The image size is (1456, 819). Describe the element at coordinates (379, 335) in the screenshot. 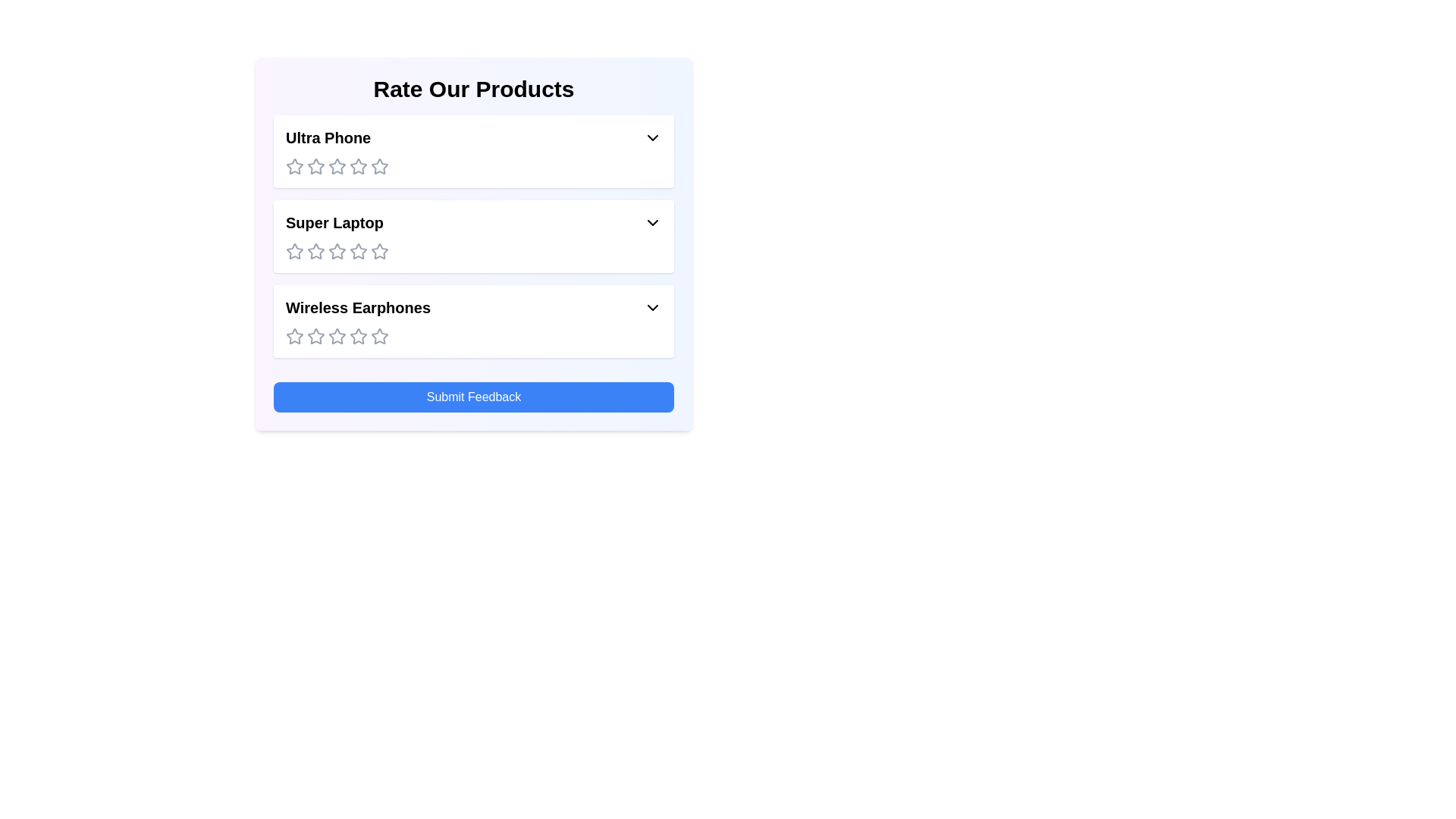

I see `the rating for the product 'Wireless Earphones' to 5 stars` at that location.